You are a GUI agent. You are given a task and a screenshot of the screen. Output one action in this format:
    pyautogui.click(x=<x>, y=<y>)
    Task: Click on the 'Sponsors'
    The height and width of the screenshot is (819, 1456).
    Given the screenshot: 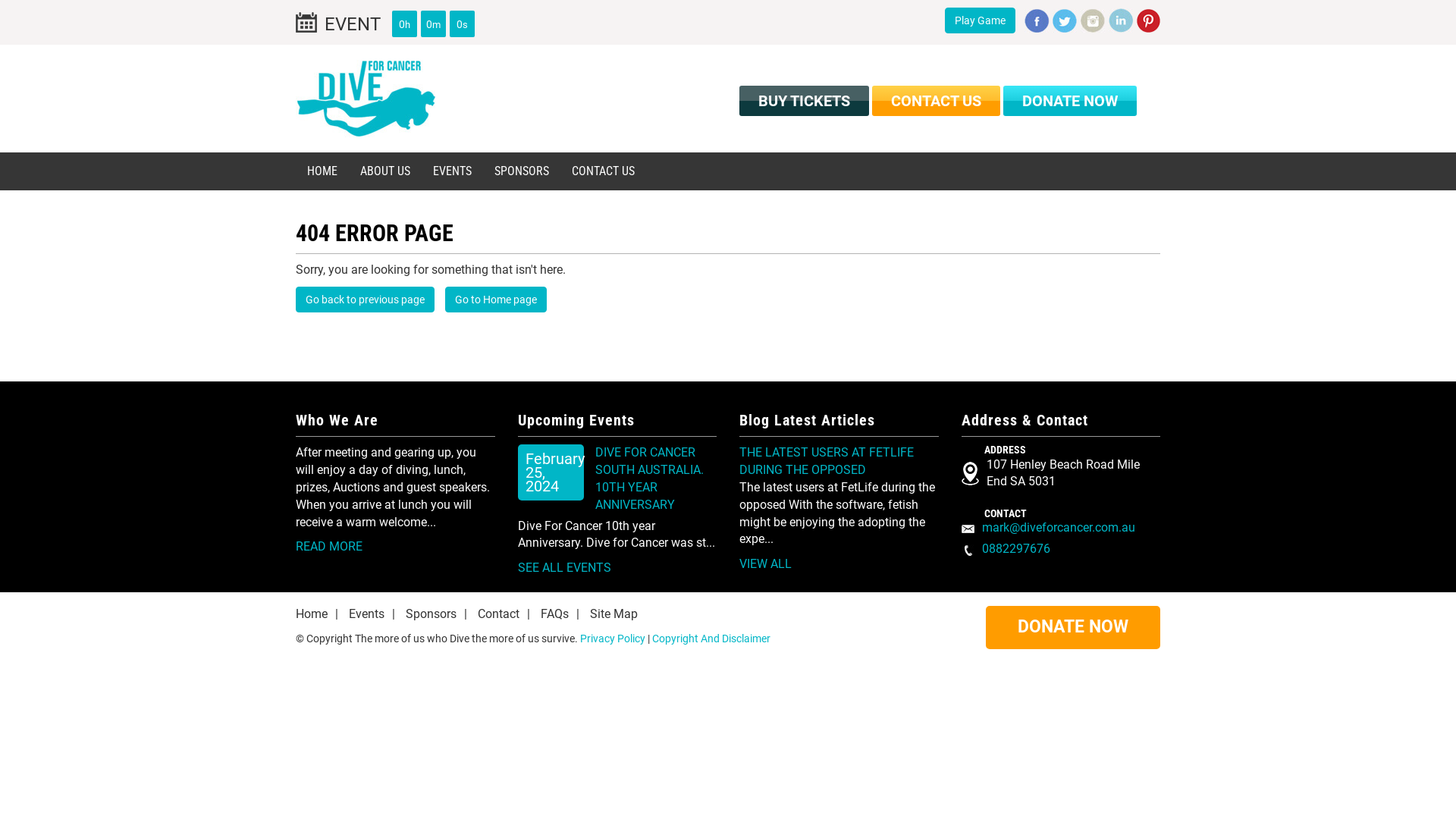 What is the action you would take?
    pyautogui.click(x=430, y=614)
    